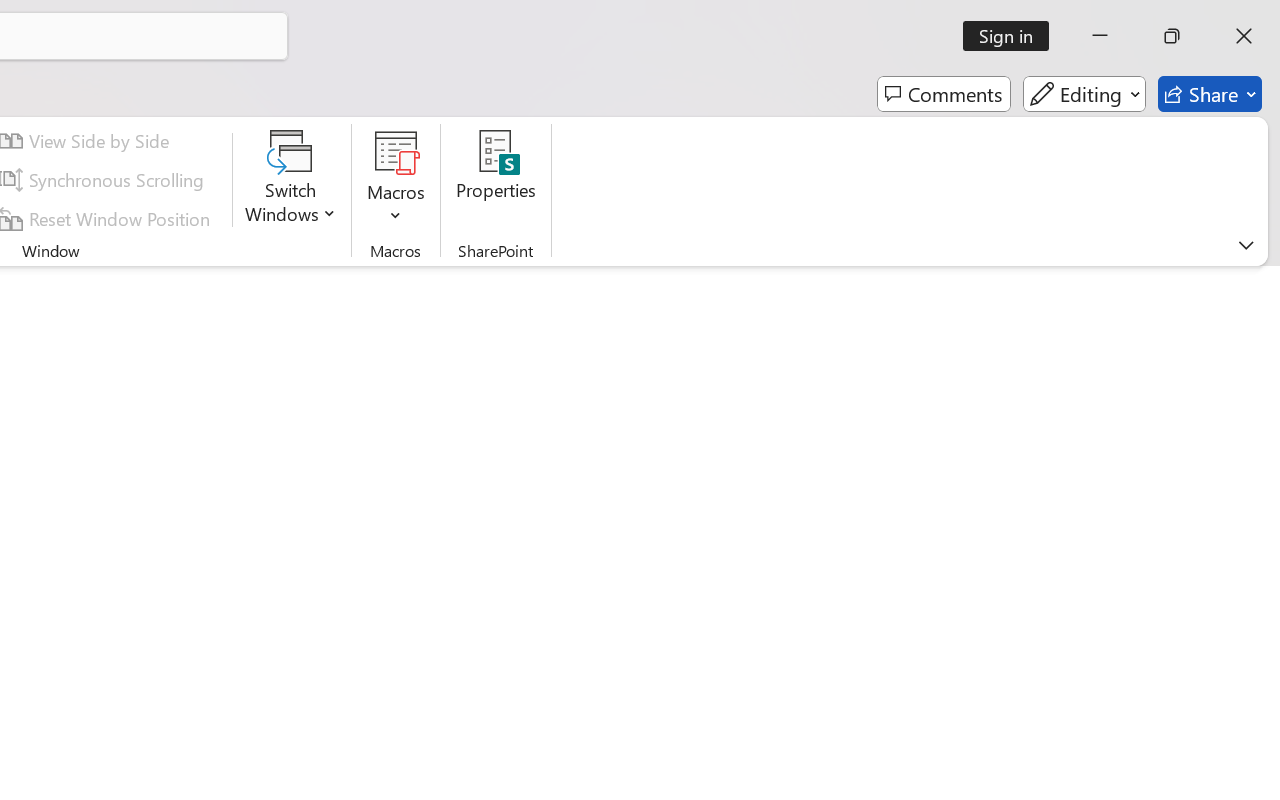 The image size is (1280, 800). Describe the element at coordinates (1013, 35) in the screenshot. I see `'Sign in'` at that location.